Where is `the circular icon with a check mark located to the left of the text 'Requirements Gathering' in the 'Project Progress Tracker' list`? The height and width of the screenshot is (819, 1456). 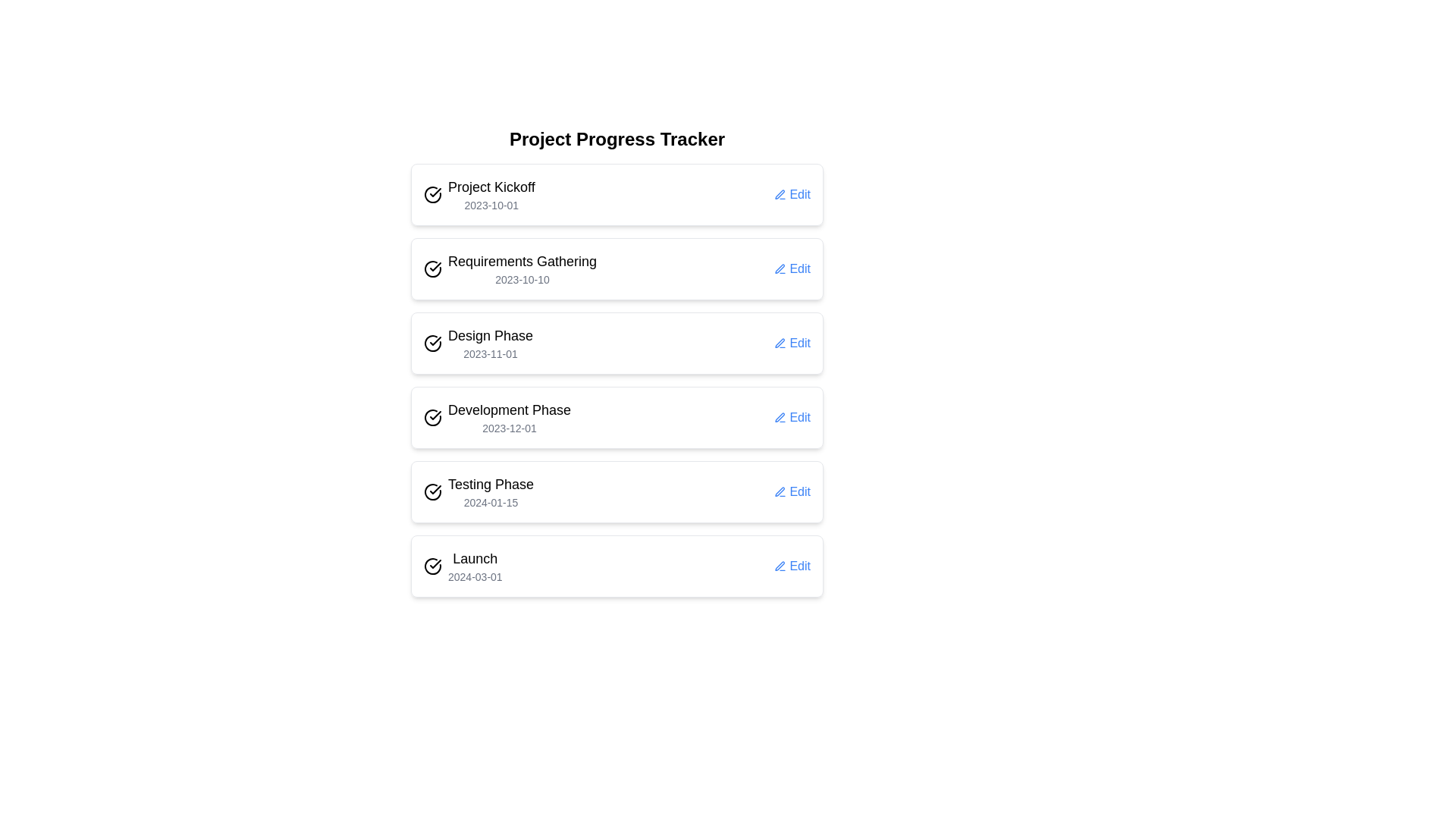 the circular icon with a check mark located to the left of the text 'Requirements Gathering' in the 'Project Progress Tracker' list is located at coordinates (432, 268).